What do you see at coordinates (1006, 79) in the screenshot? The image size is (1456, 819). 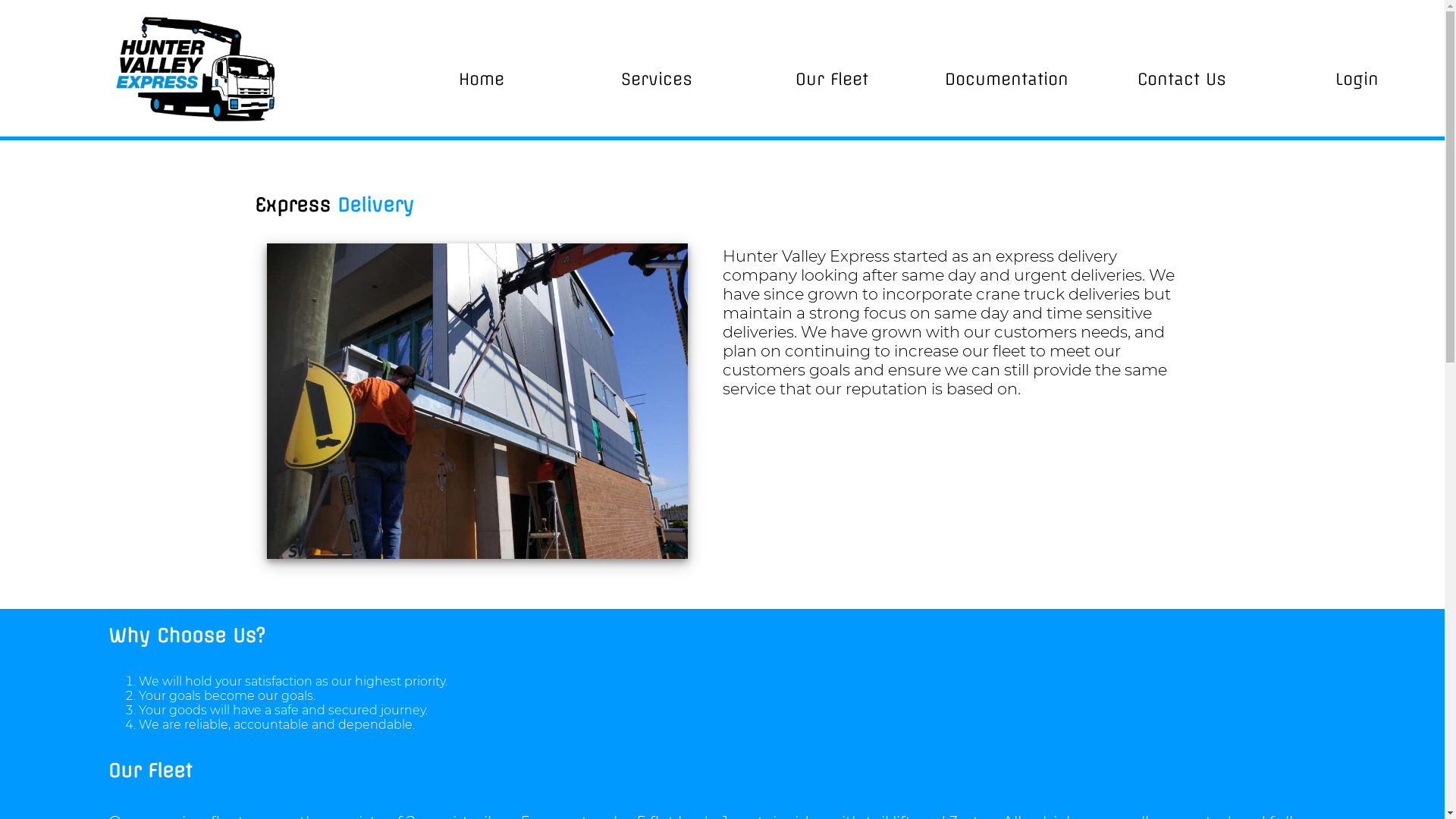 I see `'Documentation'` at bounding box center [1006, 79].